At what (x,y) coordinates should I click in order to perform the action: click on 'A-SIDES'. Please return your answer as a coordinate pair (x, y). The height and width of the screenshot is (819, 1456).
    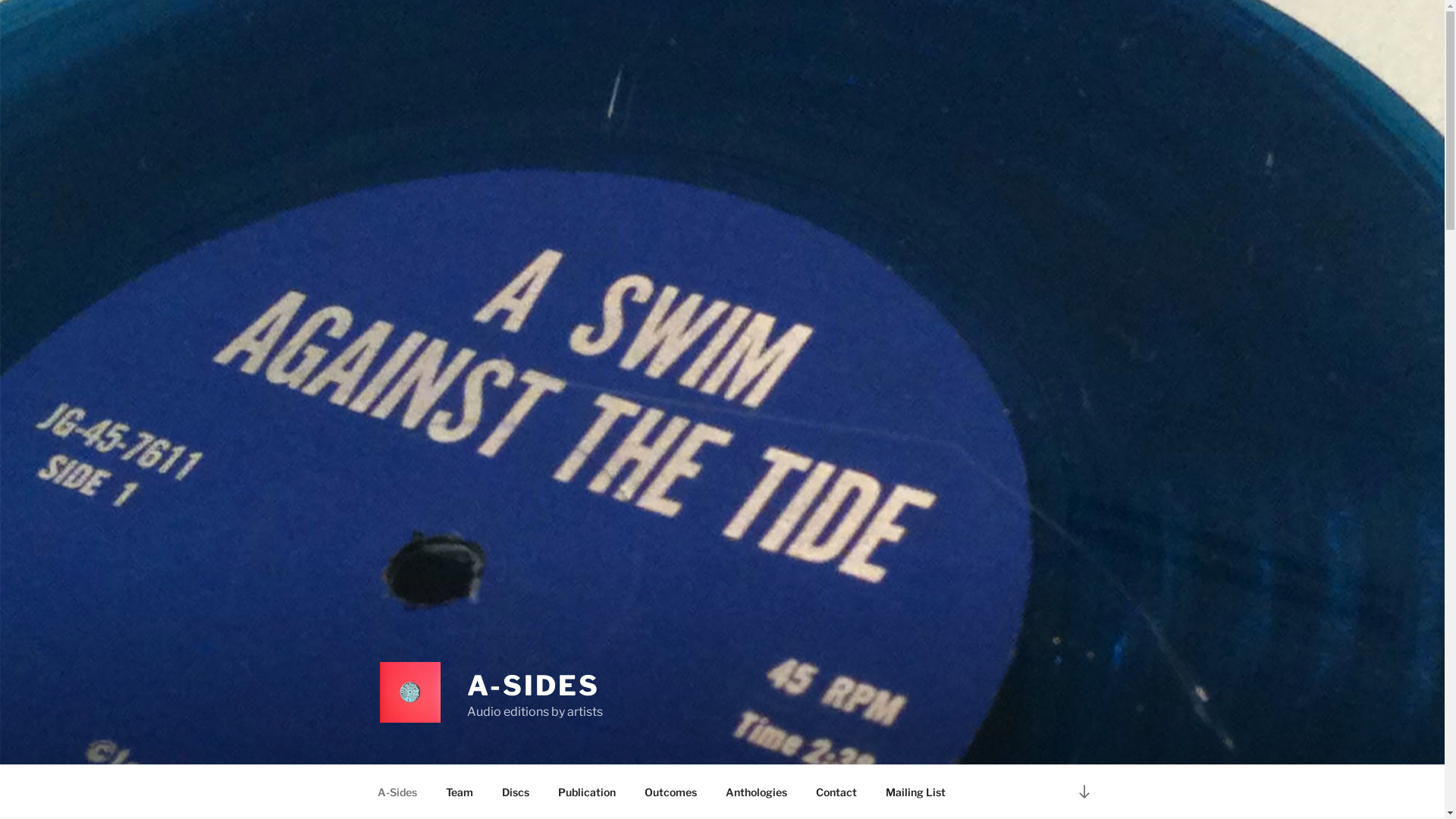
    Looking at the image, I should click on (533, 685).